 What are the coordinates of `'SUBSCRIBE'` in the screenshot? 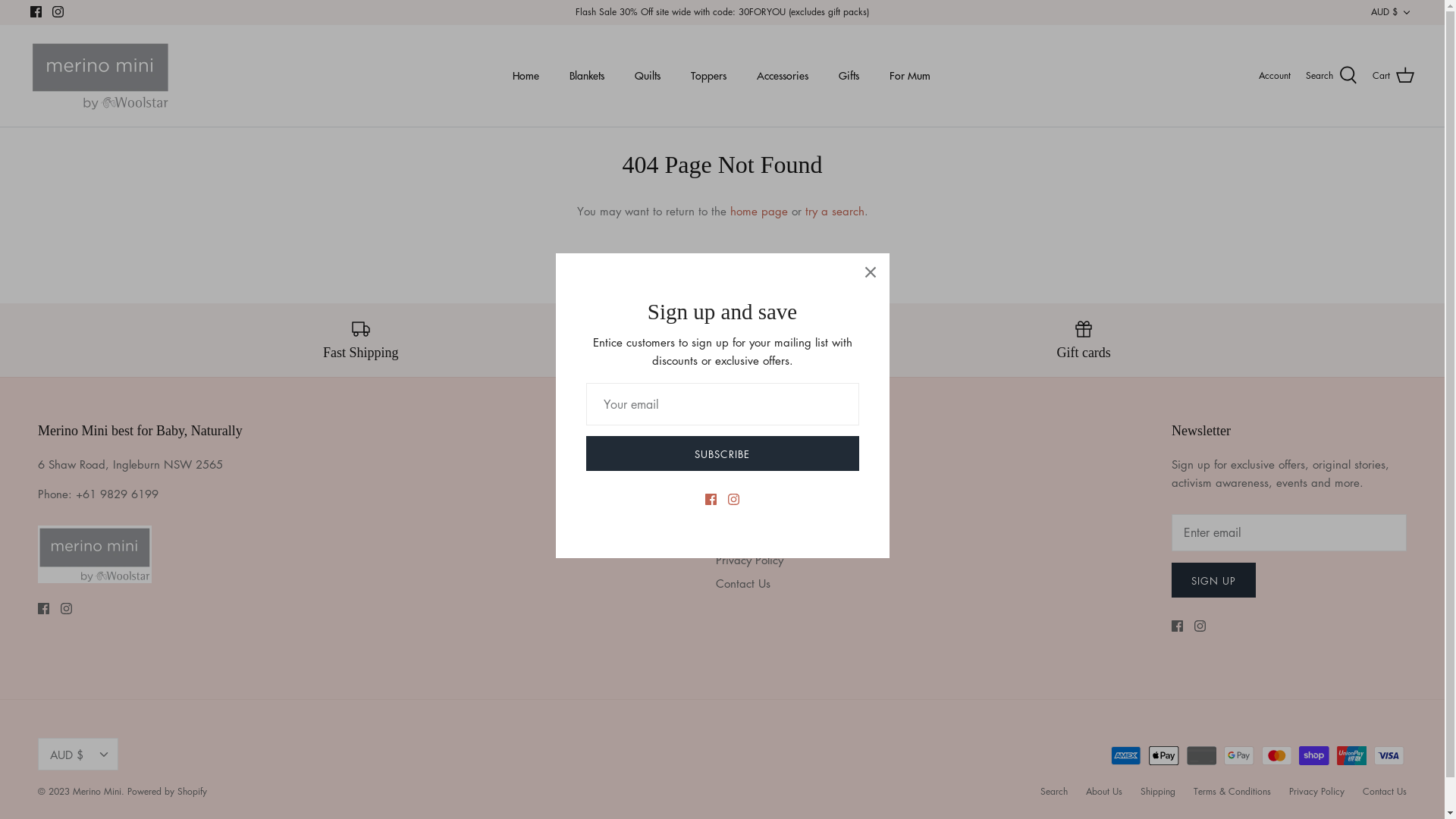 It's located at (720, 452).